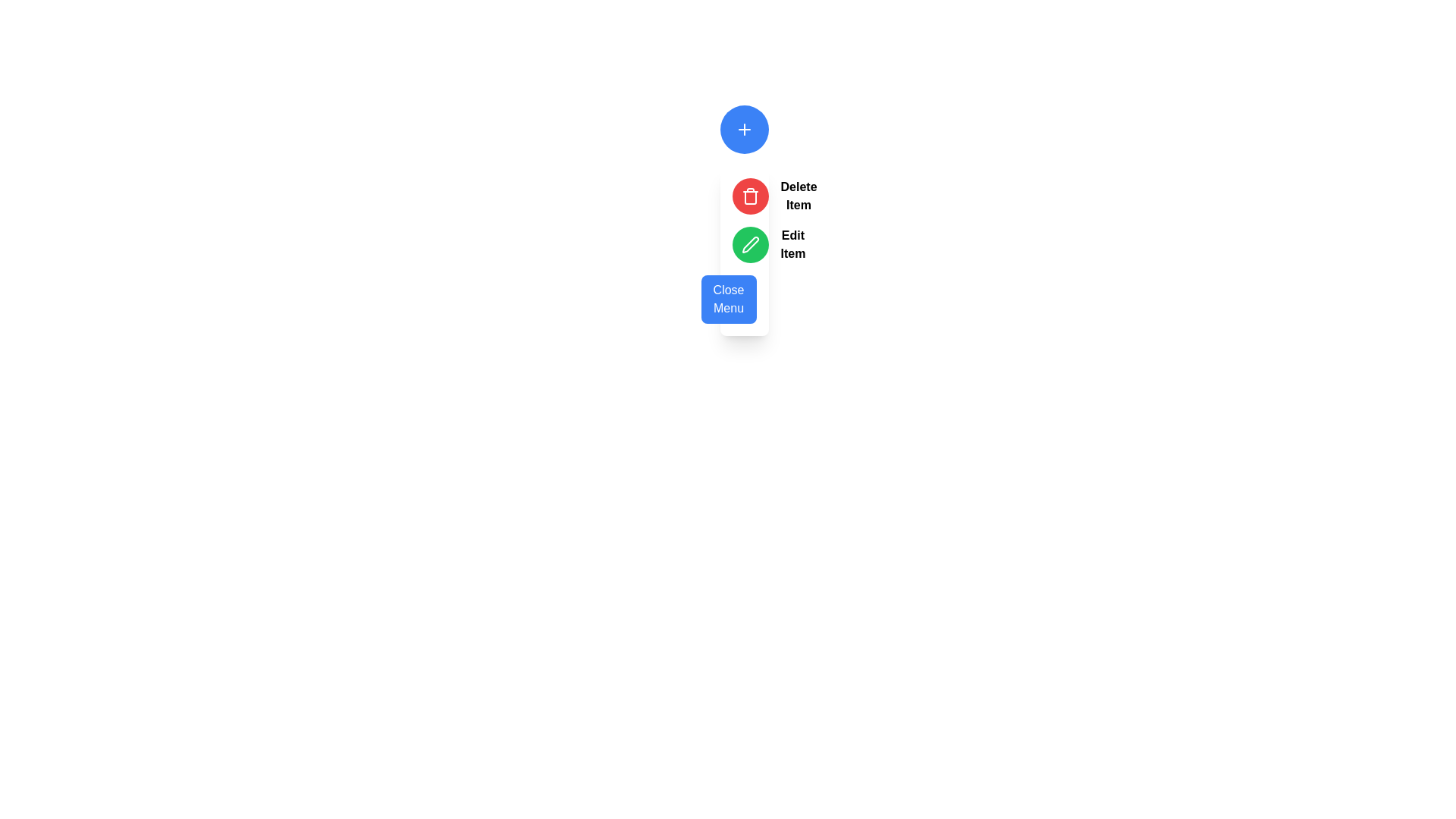  I want to click on the second button in the vertical list, located below the red delete button, so click(750, 244).